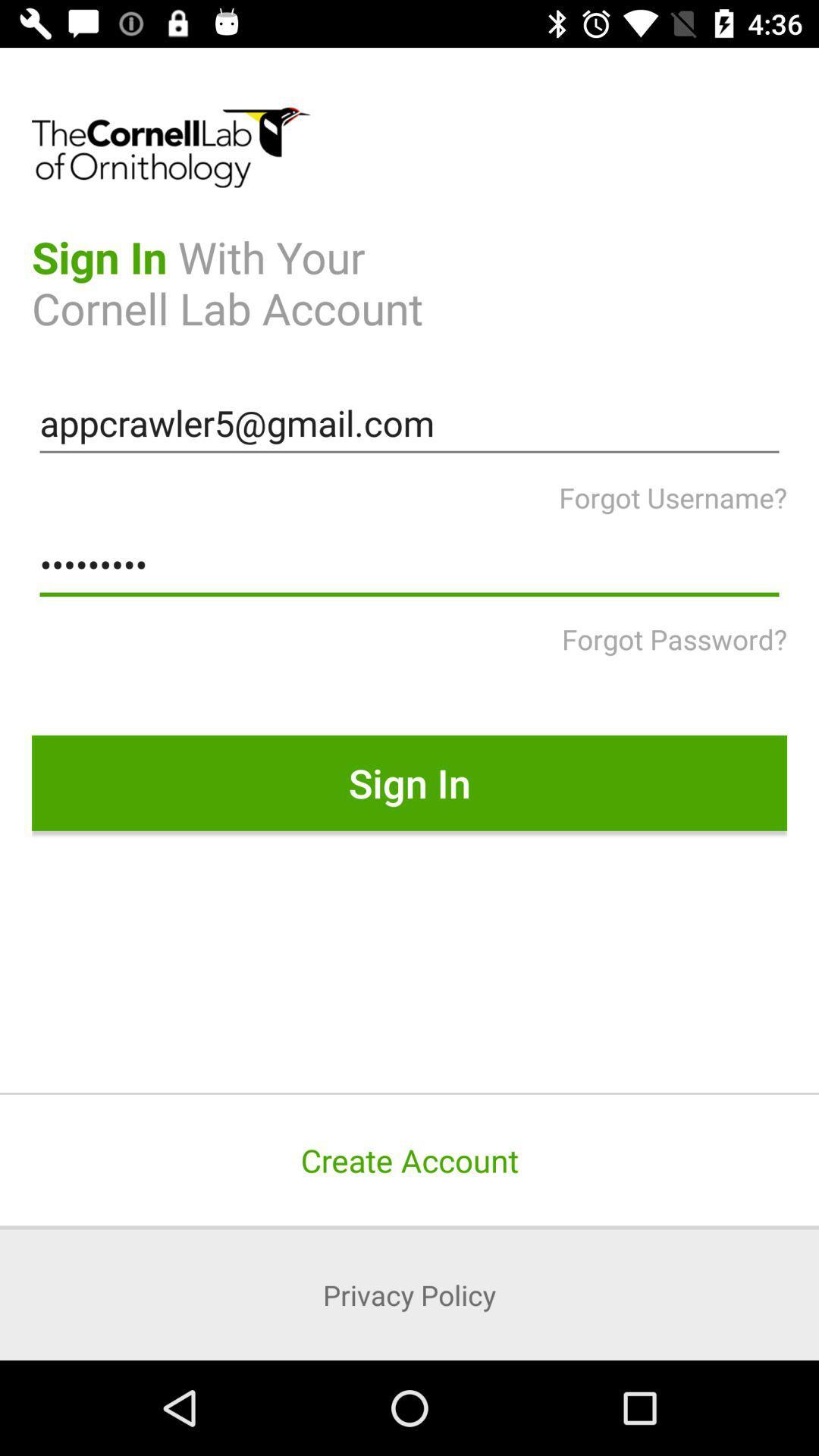 The image size is (819, 1456). What do you see at coordinates (409, 1159) in the screenshot?
I see `create account icon` at bounding box center [409, 1159].